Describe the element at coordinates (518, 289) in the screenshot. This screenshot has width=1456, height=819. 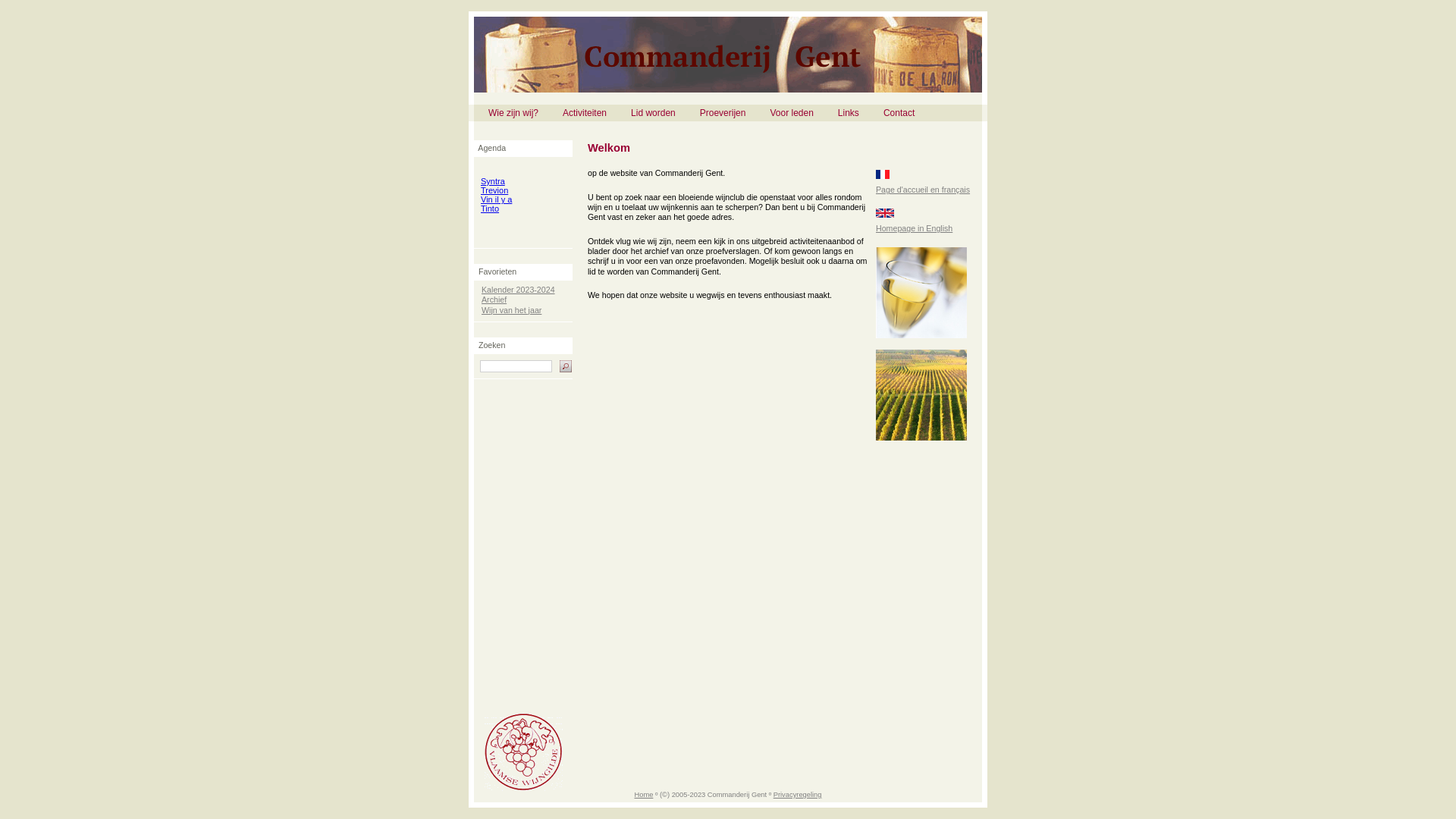
I see `'Kalender 2023-2024'` at that location.